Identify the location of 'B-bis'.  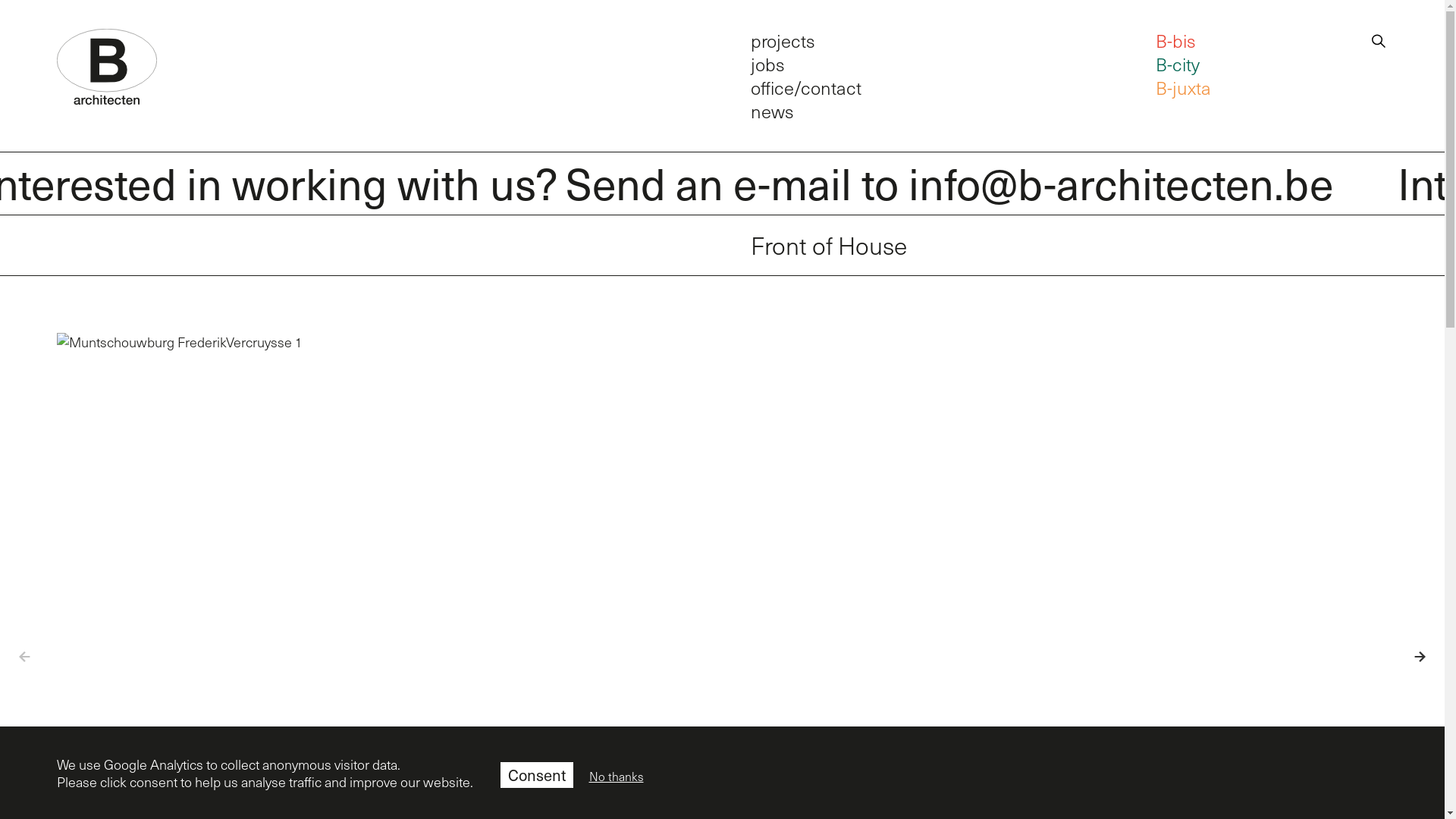
(1154, 38).